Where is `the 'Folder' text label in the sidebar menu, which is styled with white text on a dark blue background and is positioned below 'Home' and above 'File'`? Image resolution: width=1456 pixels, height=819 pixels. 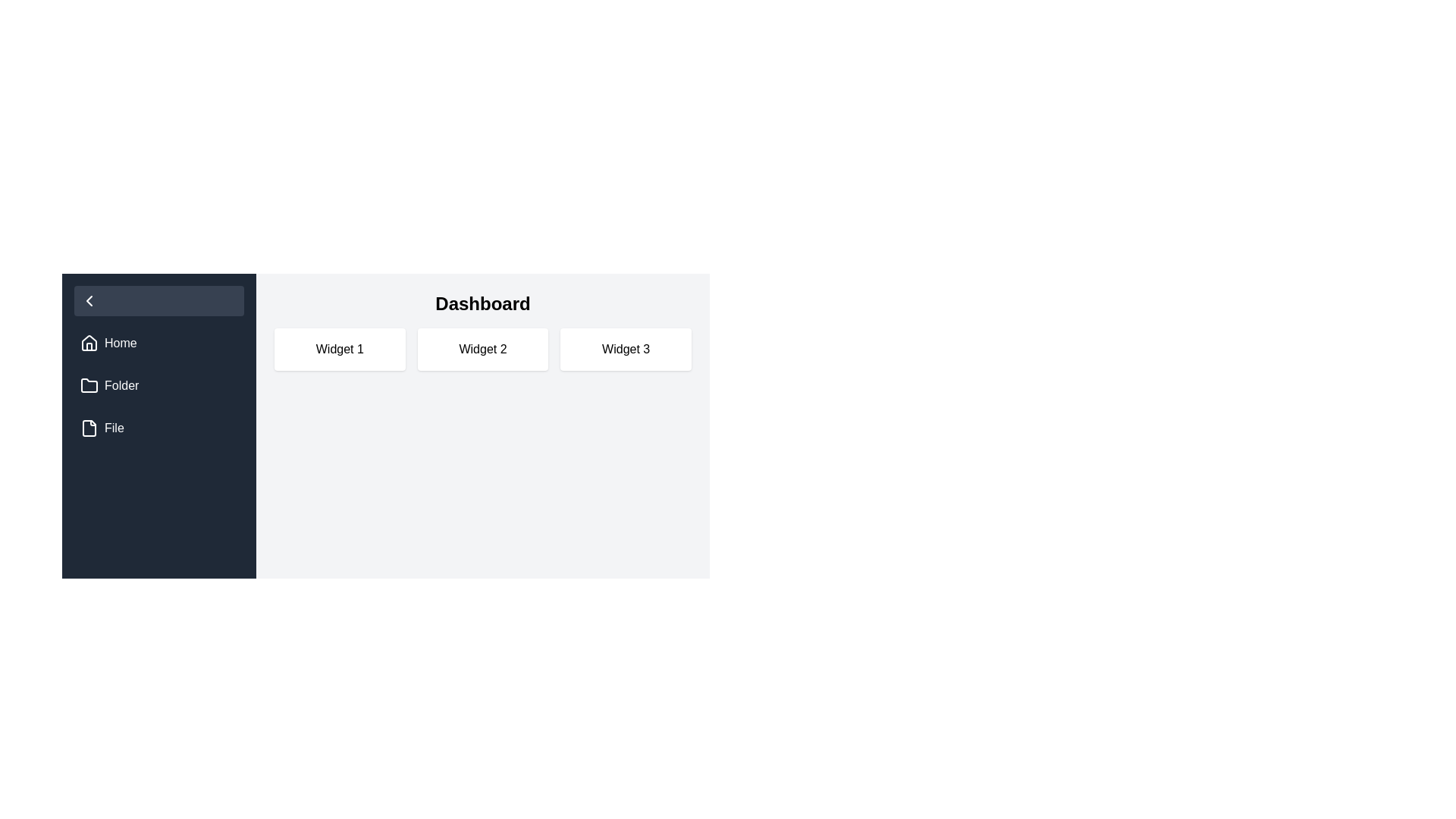 the 'Folder' text label in the sidebar menu, which is styled with white text on a dark blue background and is positioned below 'Home' and above 'File' is located at coordinates (121, 385).